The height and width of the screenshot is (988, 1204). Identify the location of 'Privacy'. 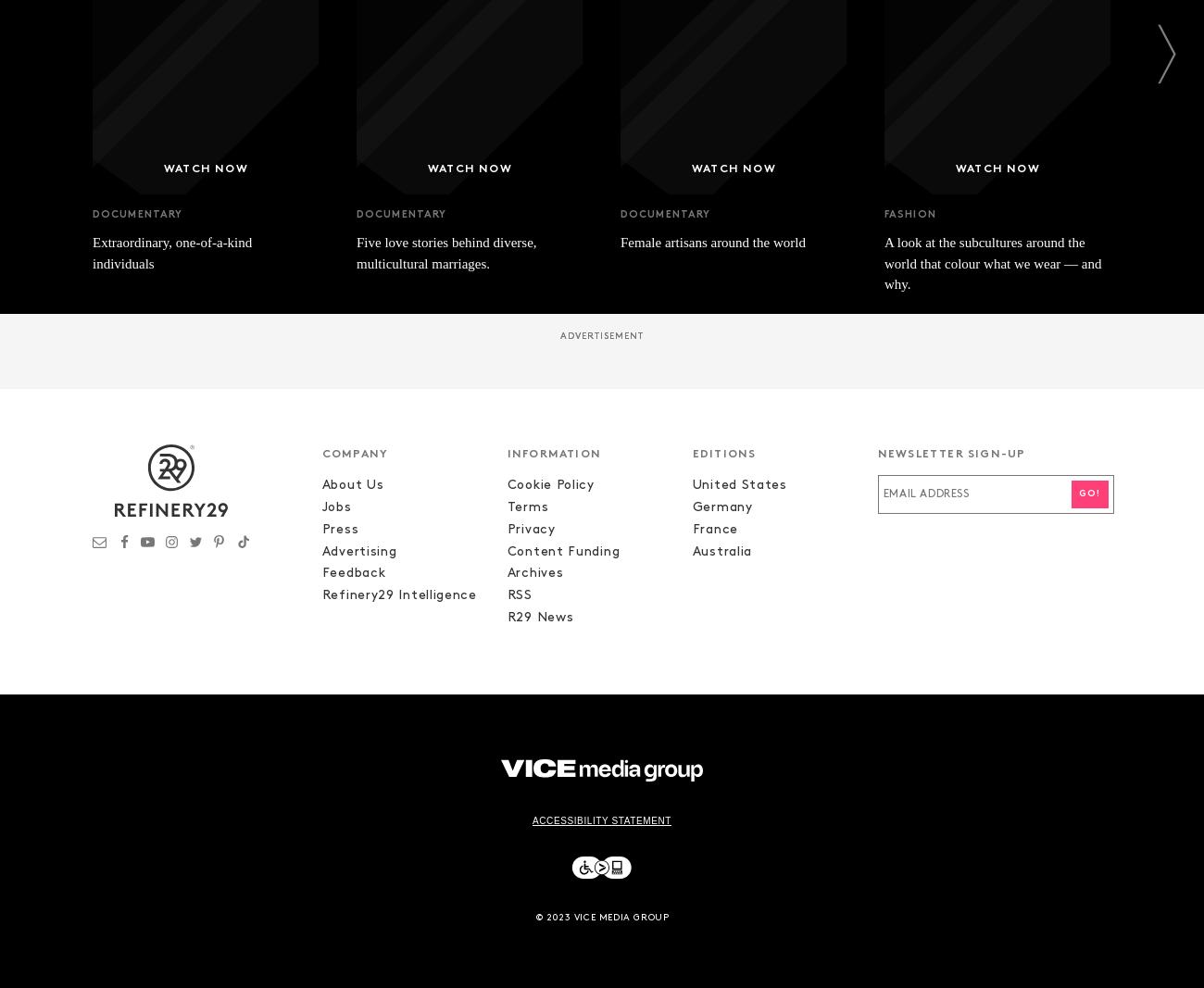
(530, 529).